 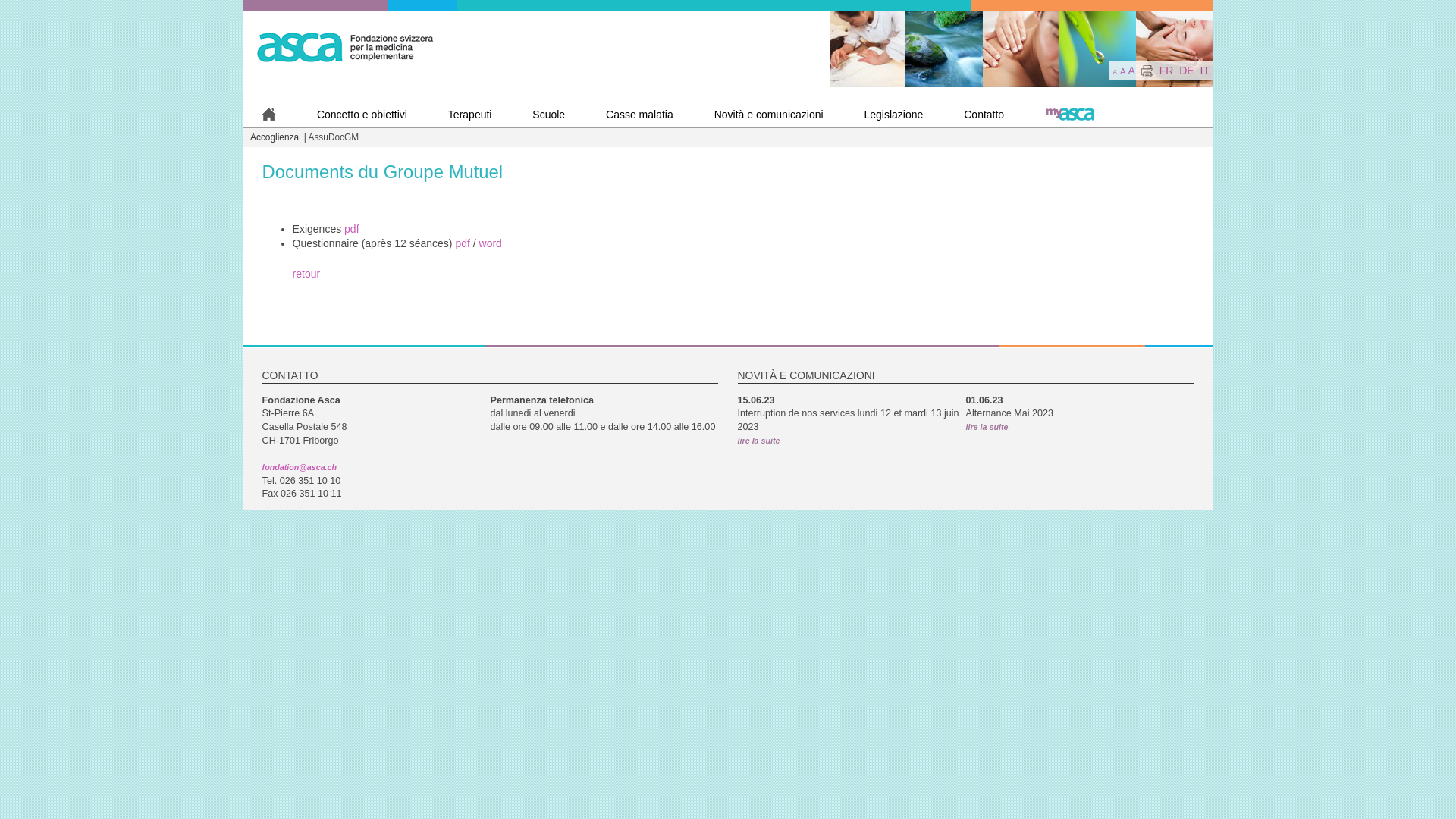 What do you see at coordinates (1114, 72) in the screenshot?
I see `'A'` at bounding box center [1114, 72].